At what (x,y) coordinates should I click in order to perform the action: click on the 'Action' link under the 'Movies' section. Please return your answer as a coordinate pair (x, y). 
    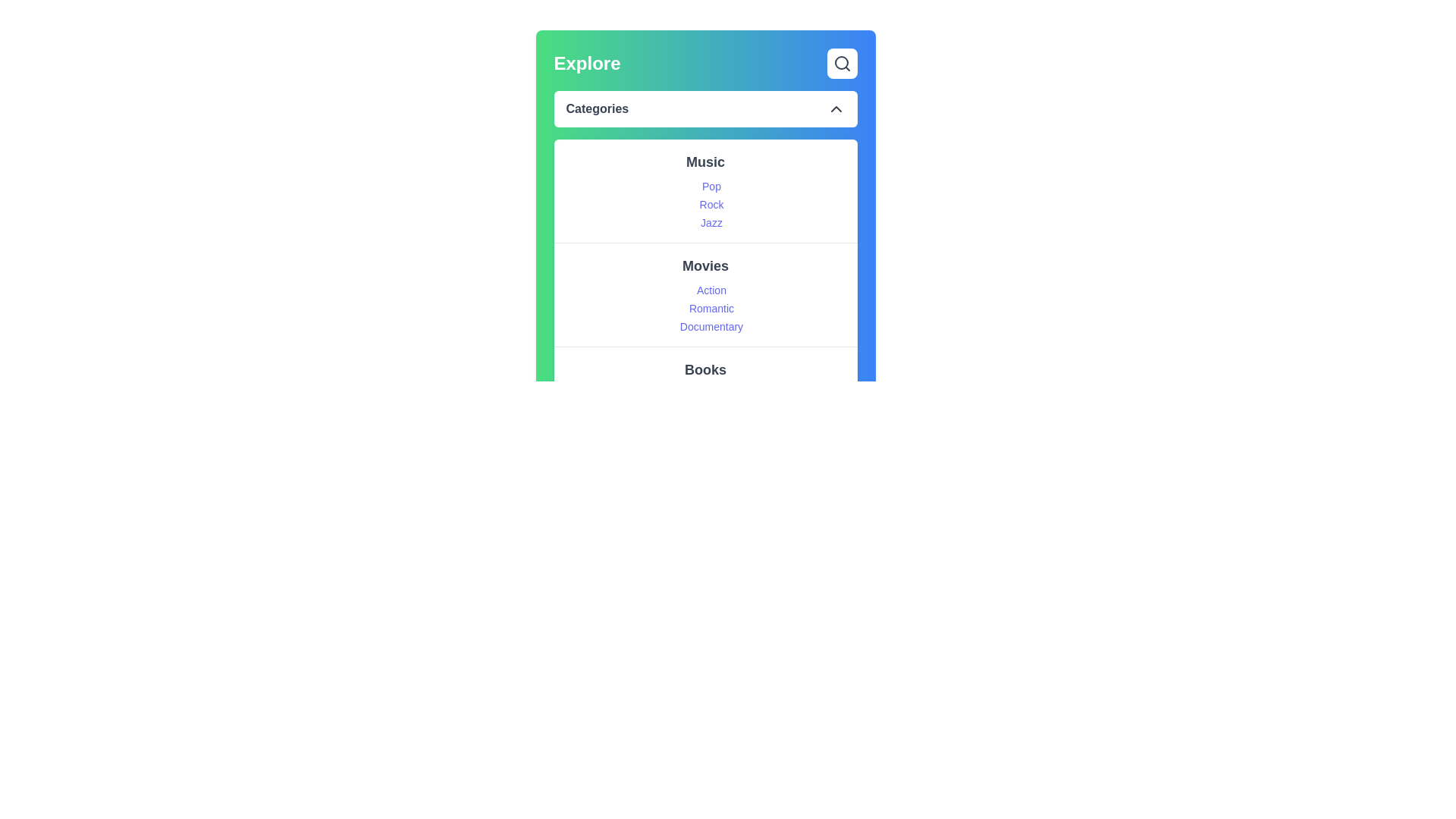
    Looking at the image, I should click on (704, 294).